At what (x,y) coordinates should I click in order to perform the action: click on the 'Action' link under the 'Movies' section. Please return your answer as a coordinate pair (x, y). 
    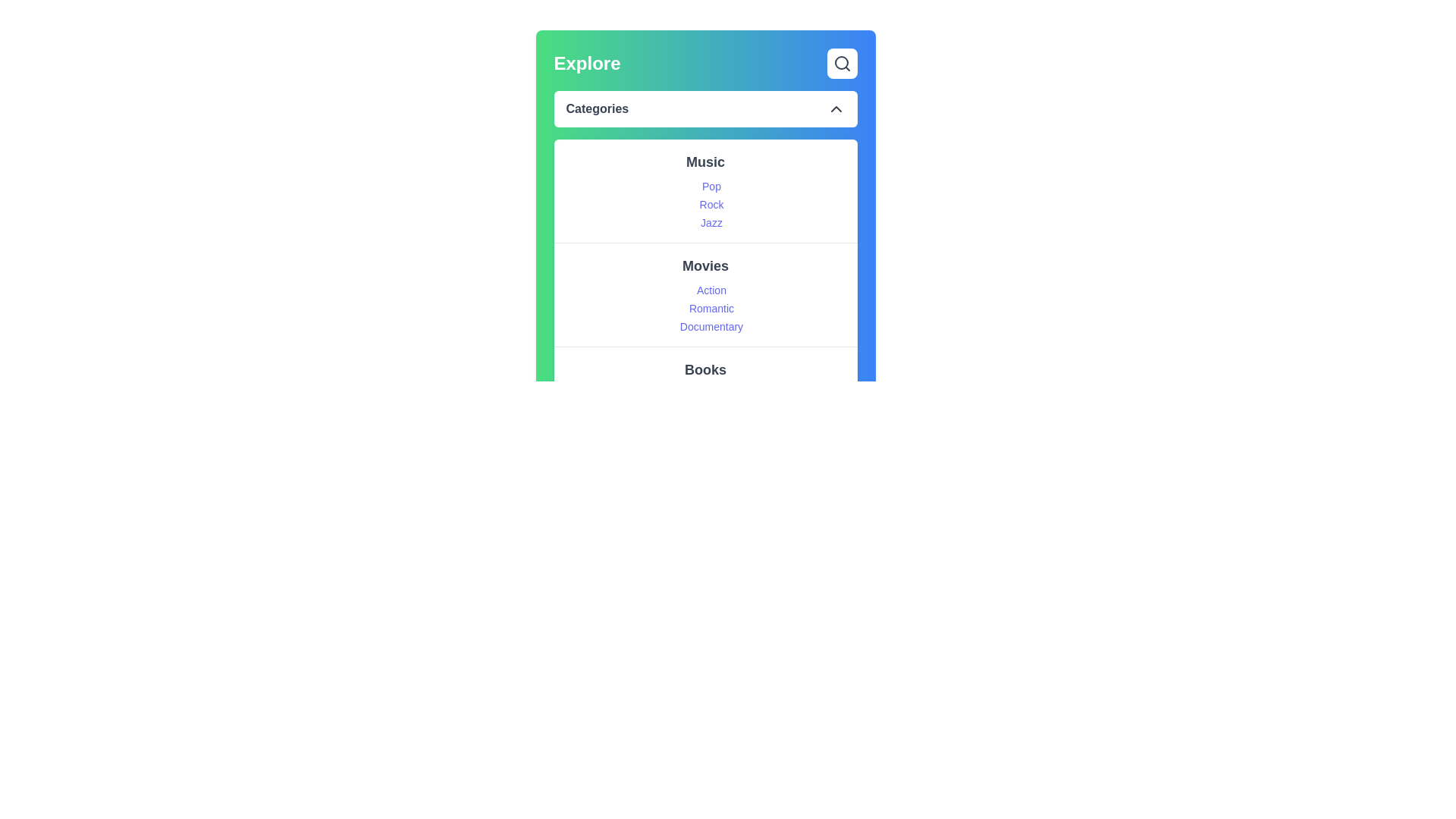
    Looking at the image, I should click on (704, 294).